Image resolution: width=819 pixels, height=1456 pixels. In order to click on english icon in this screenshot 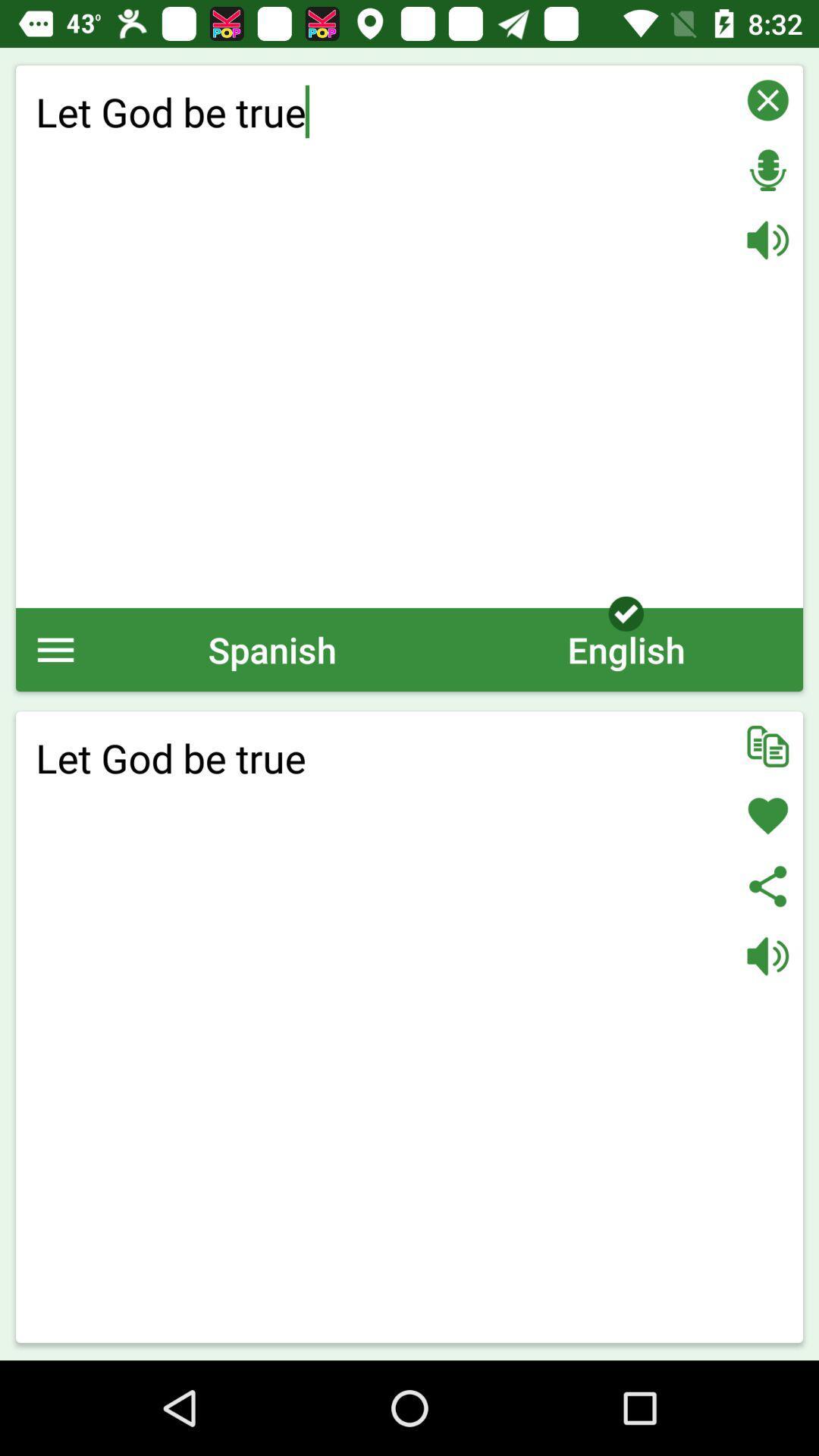, I will do `click(626, 649)`.